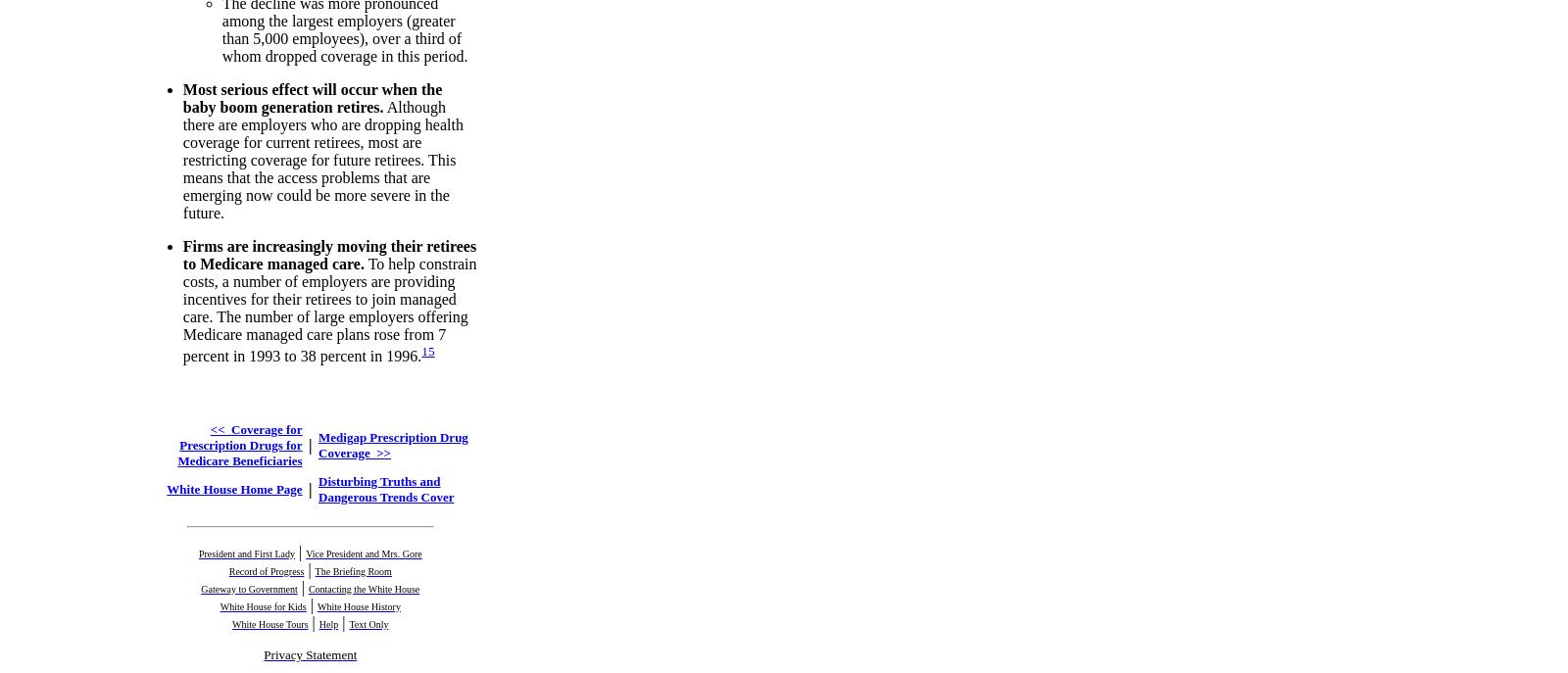 The width and height of the screenshot is (1568, 673). I want to click on 'White House History', so click(358, 604).